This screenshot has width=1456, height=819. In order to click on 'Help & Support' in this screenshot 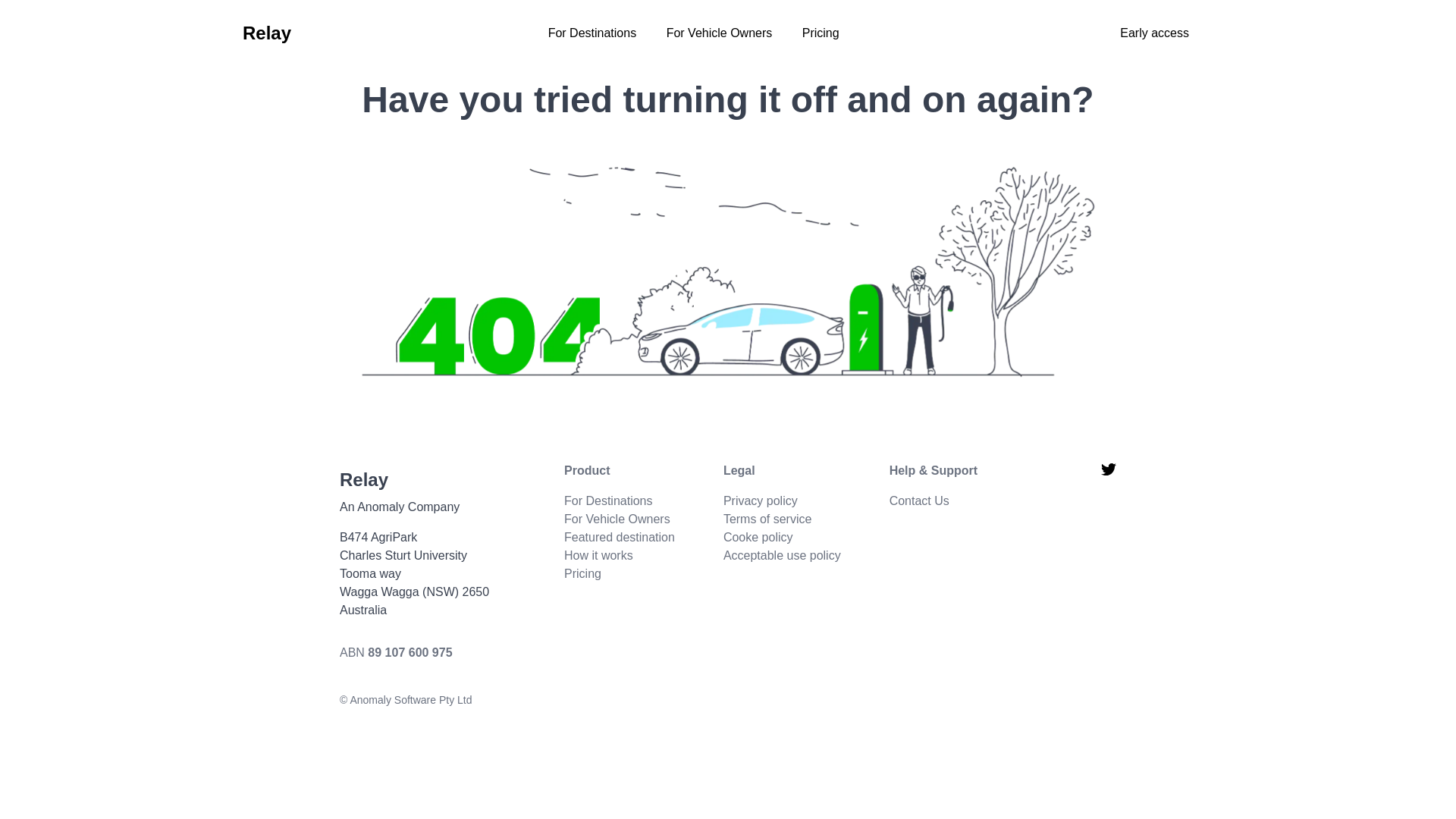, I will do `click(932, 470)`.